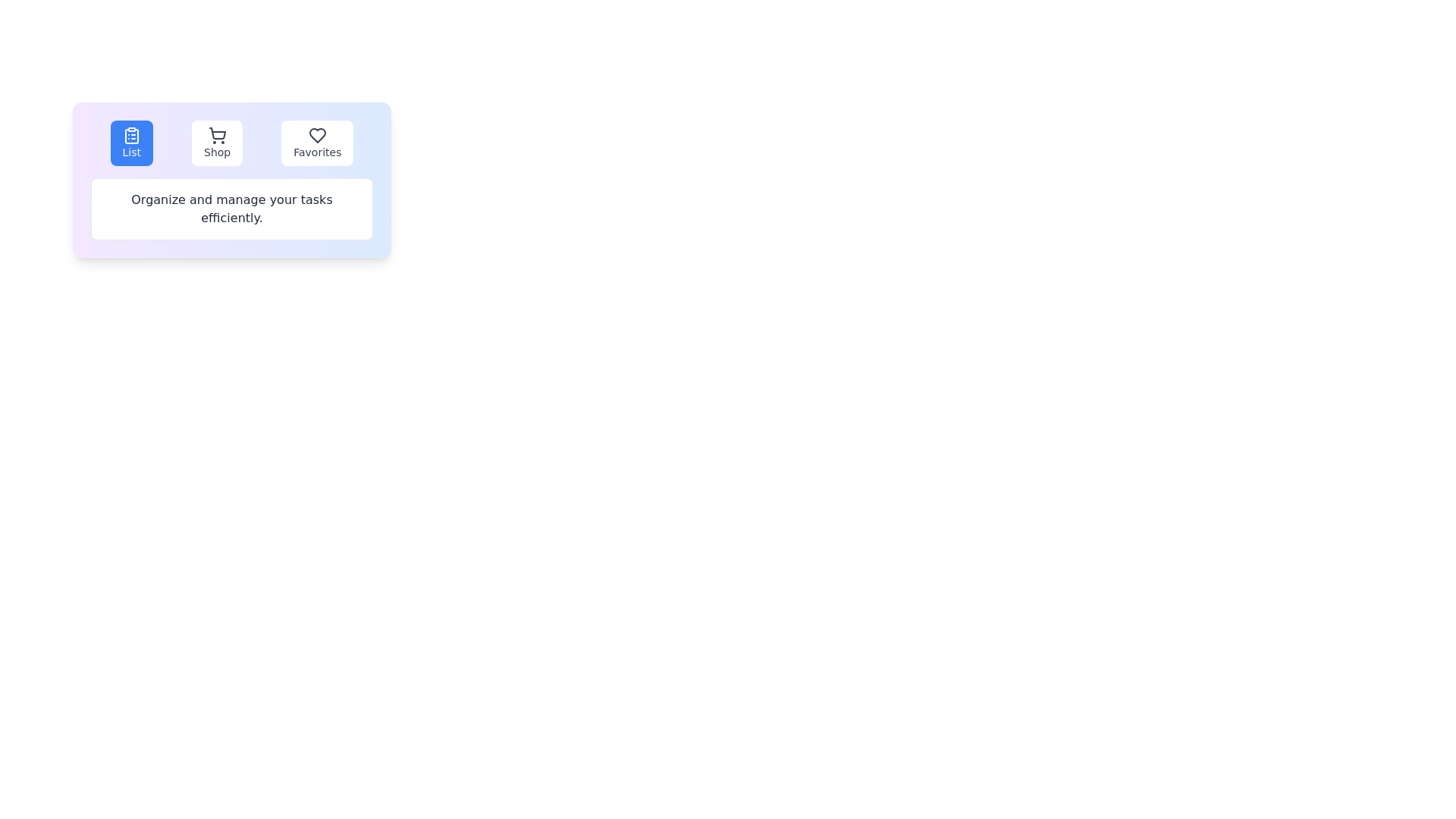  Describe the element at coordinates (216, 143) in the screenshot. I see `the tab labeled Shop to view its content` at that location.